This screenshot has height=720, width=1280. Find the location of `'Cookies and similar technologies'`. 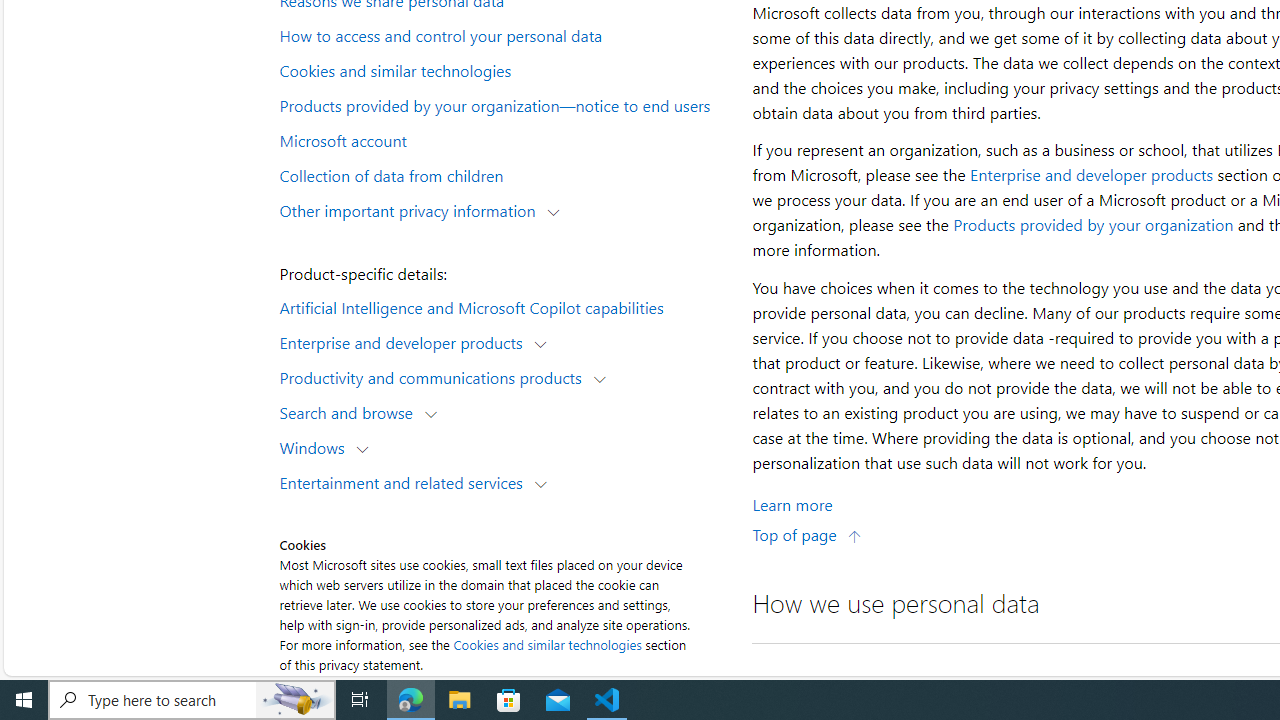

'Cookies and similar technologies' is located at coordinates (547, 644).